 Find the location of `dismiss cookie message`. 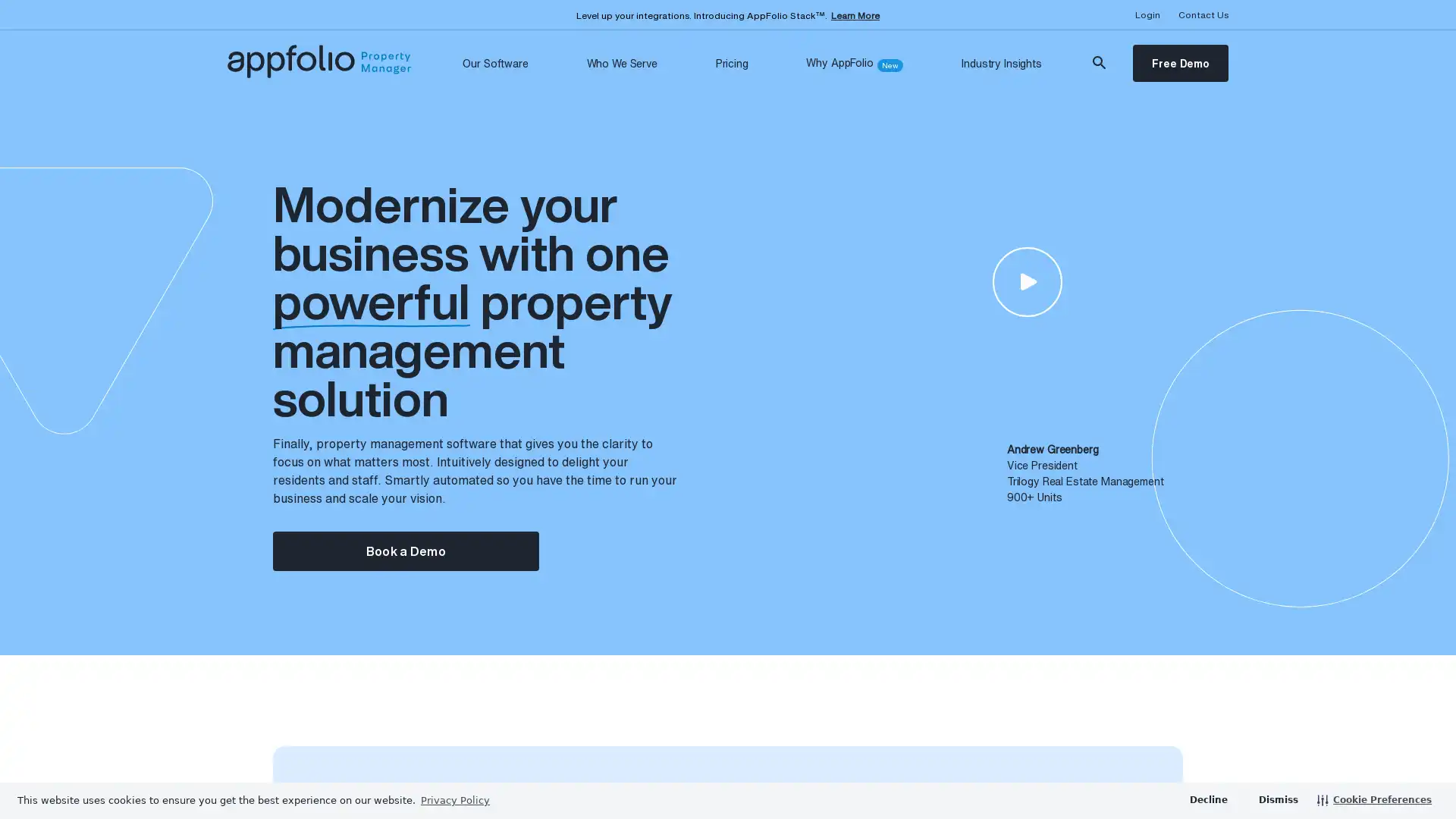

dismiss cookie message is located at coordinates (1276, 799).